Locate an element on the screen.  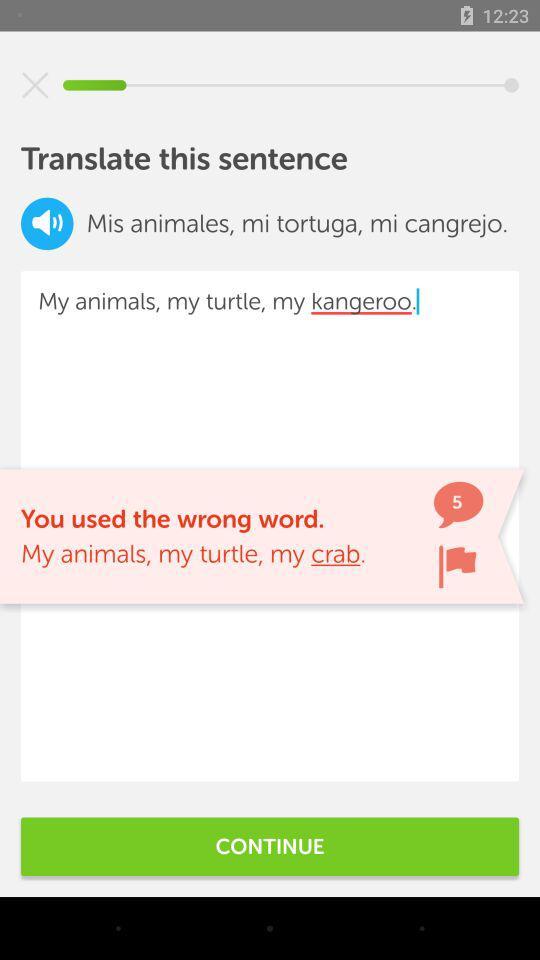
the star icon is located at coordinates (35, 85).